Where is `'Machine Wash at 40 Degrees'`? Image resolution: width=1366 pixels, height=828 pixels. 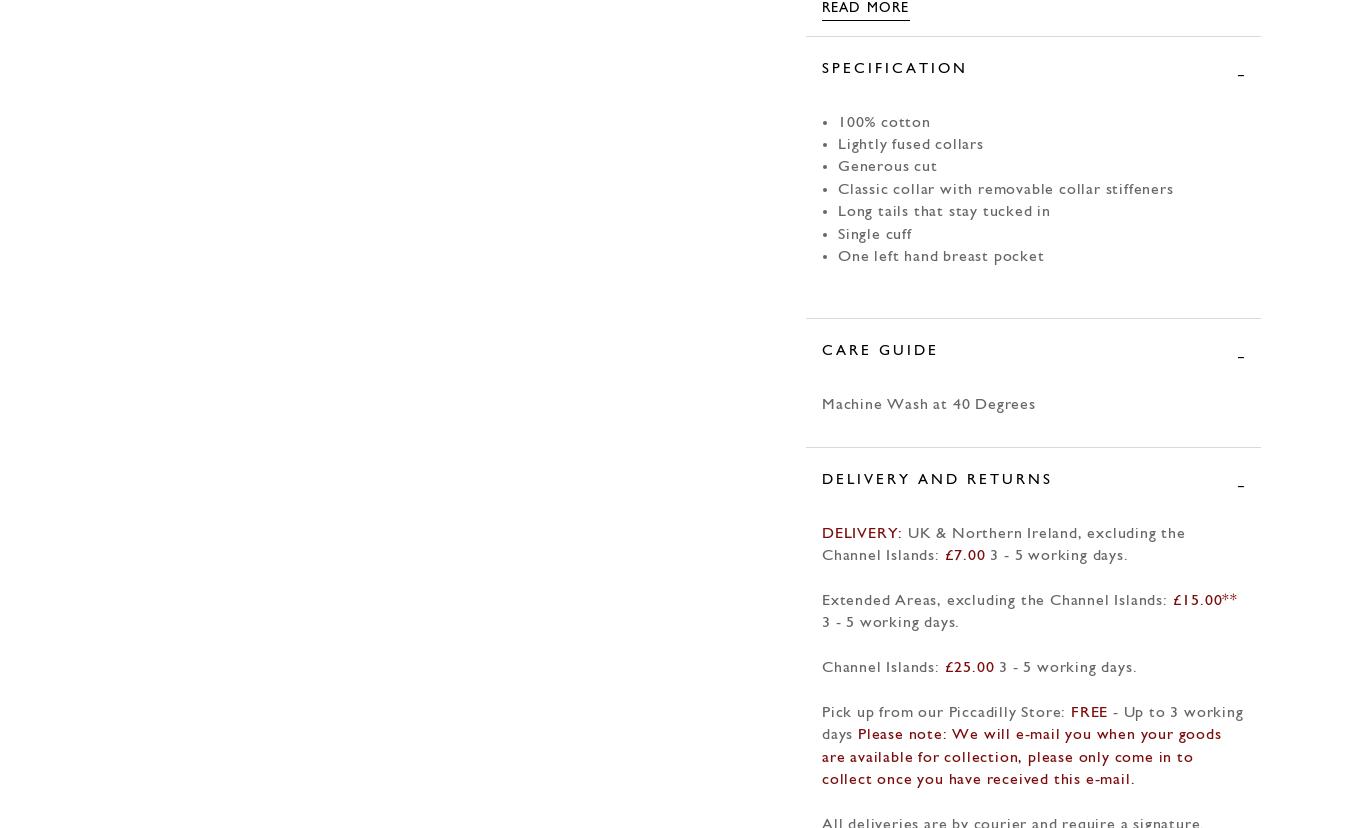 'Machine Wash at 40 Degrees' is located at coordinates (928, 403).